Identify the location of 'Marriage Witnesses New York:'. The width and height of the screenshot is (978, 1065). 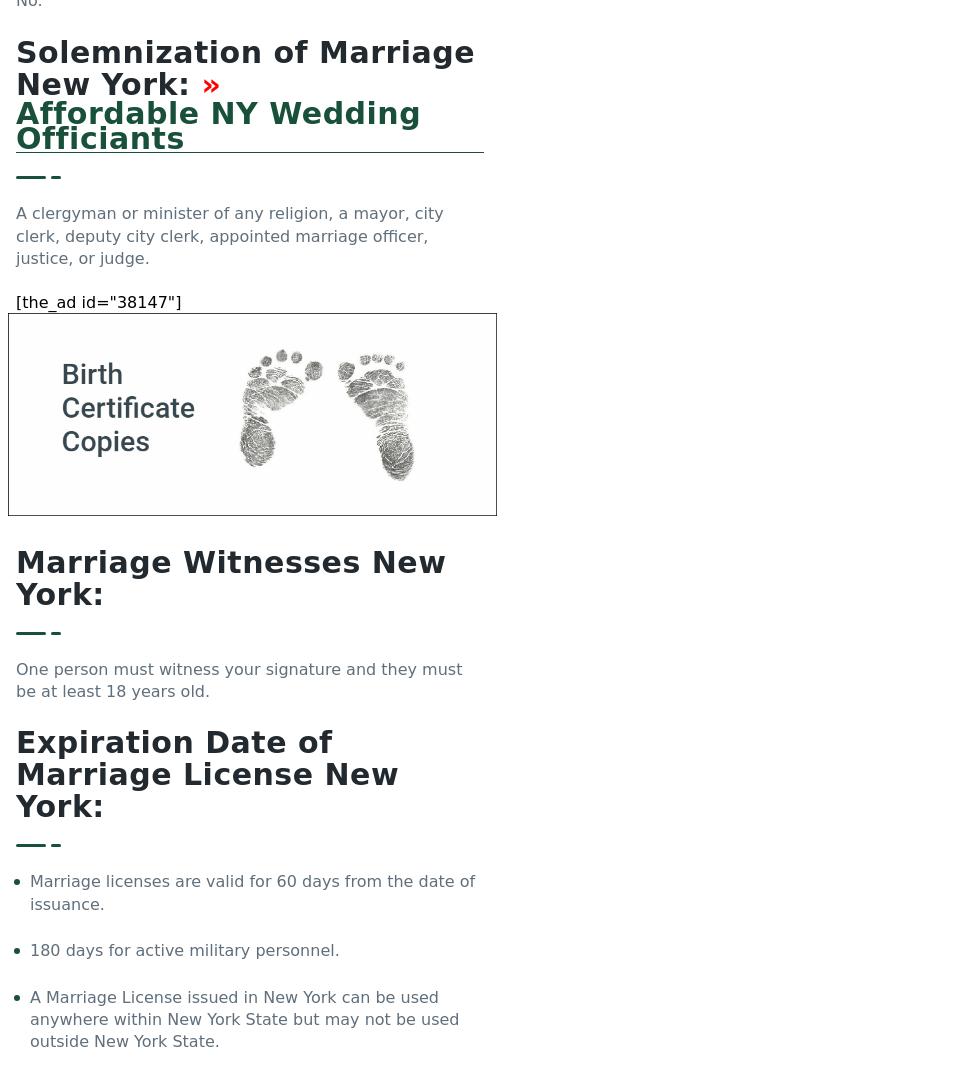
(231, 577).